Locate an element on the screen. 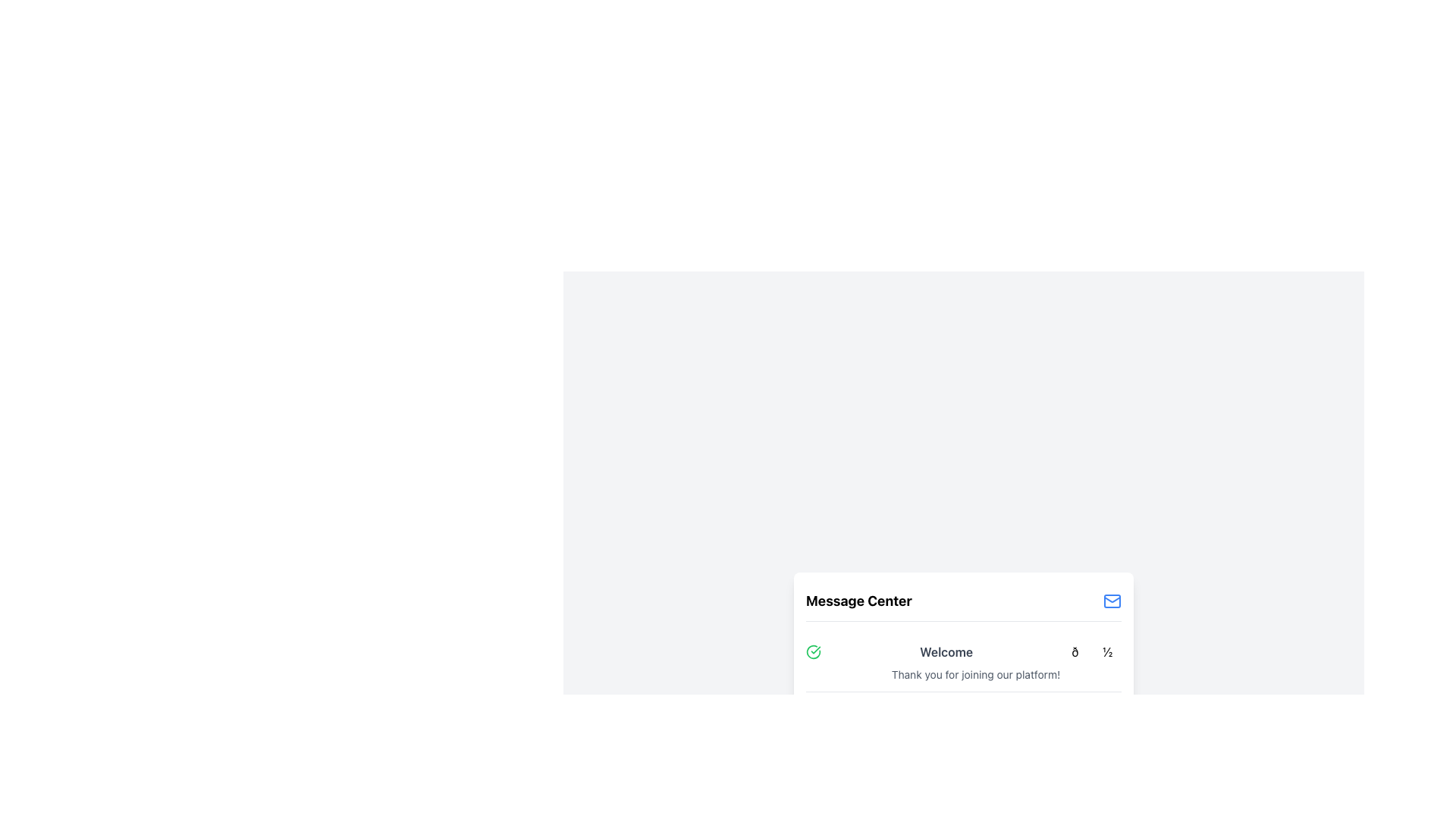 This screenshot has height=819, width=1456. the text label styled with bold and large font displaying 'Message Center', which acts as a header for the section of the interface is located at coordinates (858, 601).